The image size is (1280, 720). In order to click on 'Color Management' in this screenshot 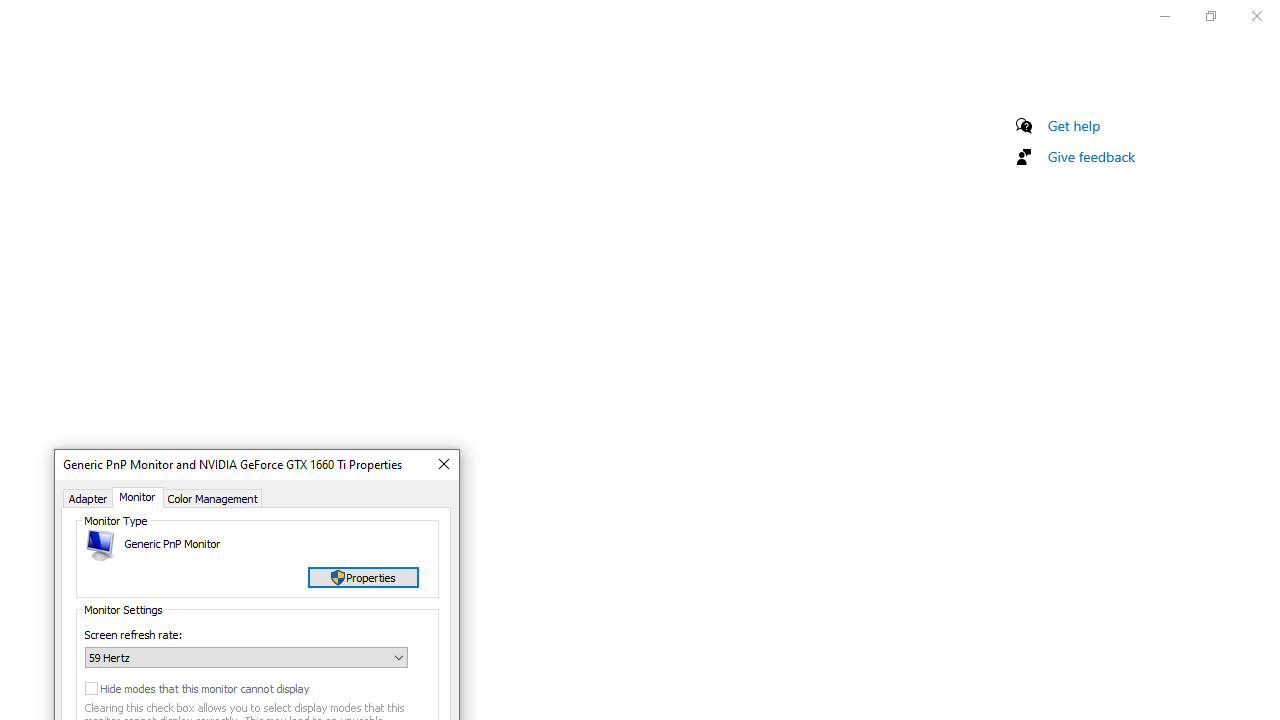, I will do `click(213, 496)`.